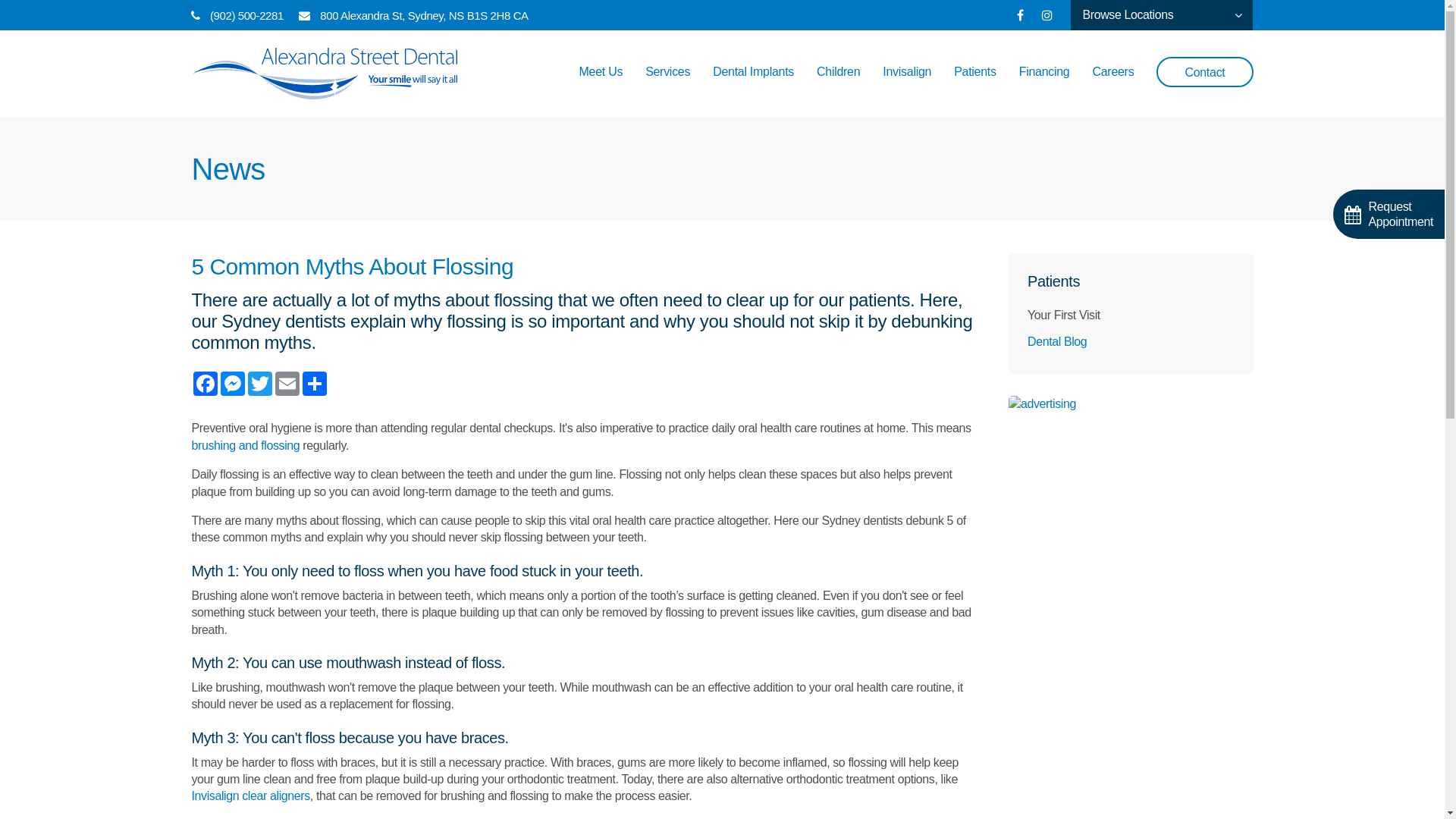 The height and width of the screenshot is (819, 1456). I want to click on 'Financing', so click(1043, 87).